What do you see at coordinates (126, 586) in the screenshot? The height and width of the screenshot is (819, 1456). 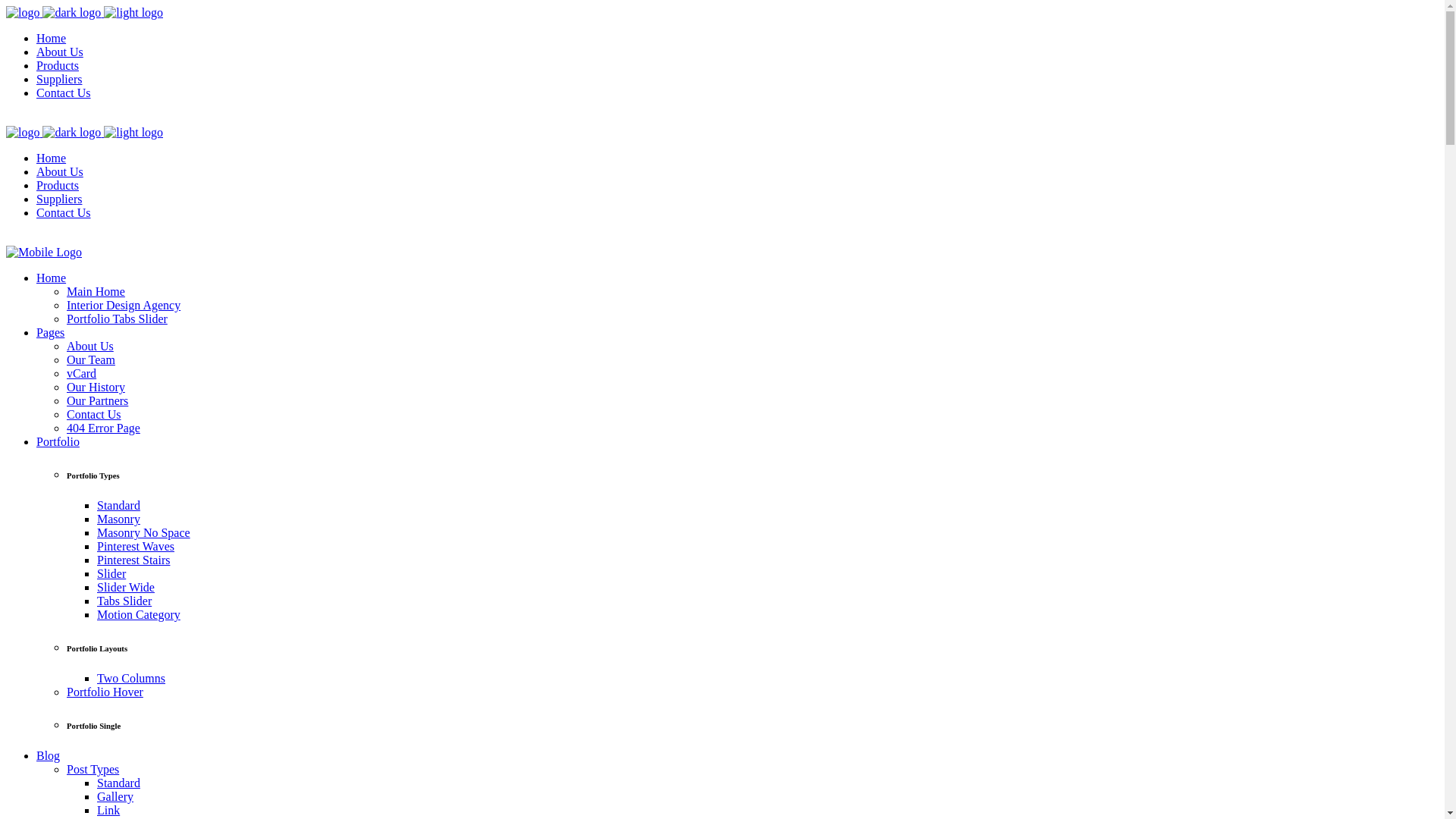 I see `'Slider Wide'` at bounding box center [126, 586].